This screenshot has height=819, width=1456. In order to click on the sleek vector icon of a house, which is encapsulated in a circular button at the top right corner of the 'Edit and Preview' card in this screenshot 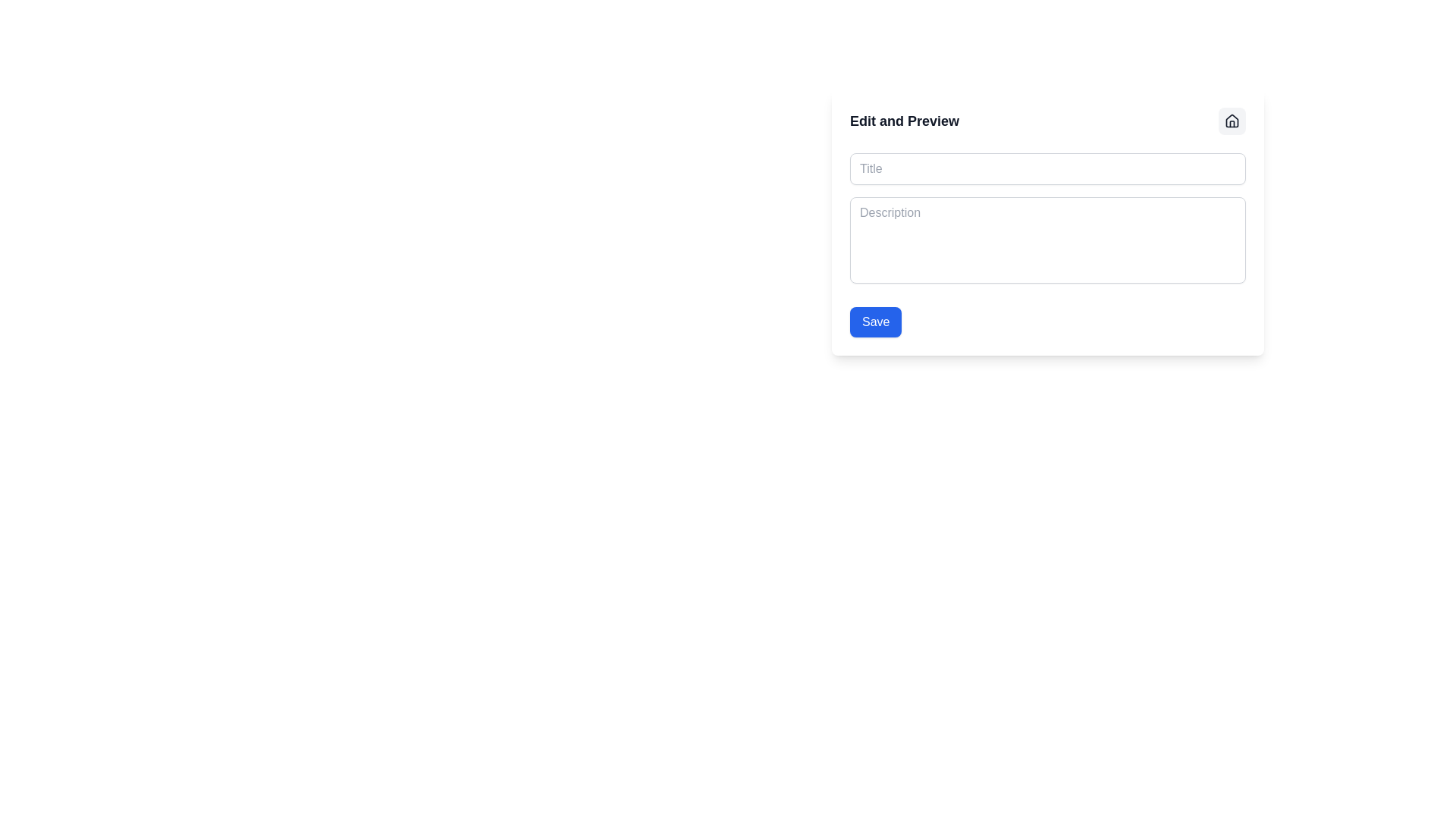, I will do `click(1232, 120)`.